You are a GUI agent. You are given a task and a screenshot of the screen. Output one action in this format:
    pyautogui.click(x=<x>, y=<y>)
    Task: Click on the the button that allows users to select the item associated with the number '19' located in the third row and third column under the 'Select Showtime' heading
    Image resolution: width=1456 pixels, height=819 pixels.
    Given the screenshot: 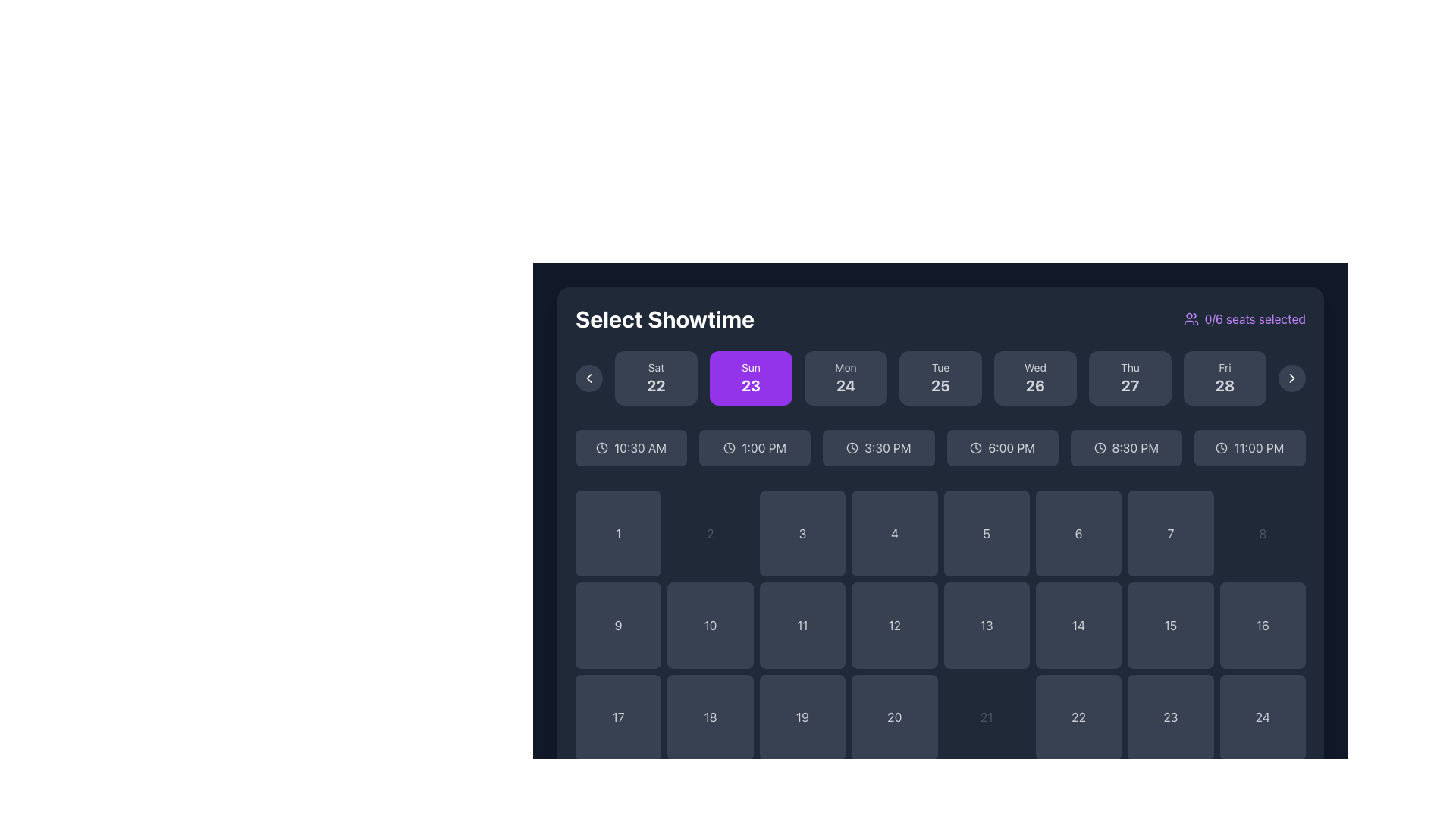 What is the action you would take?
    pyautogui.click(x=802, y=717)
    